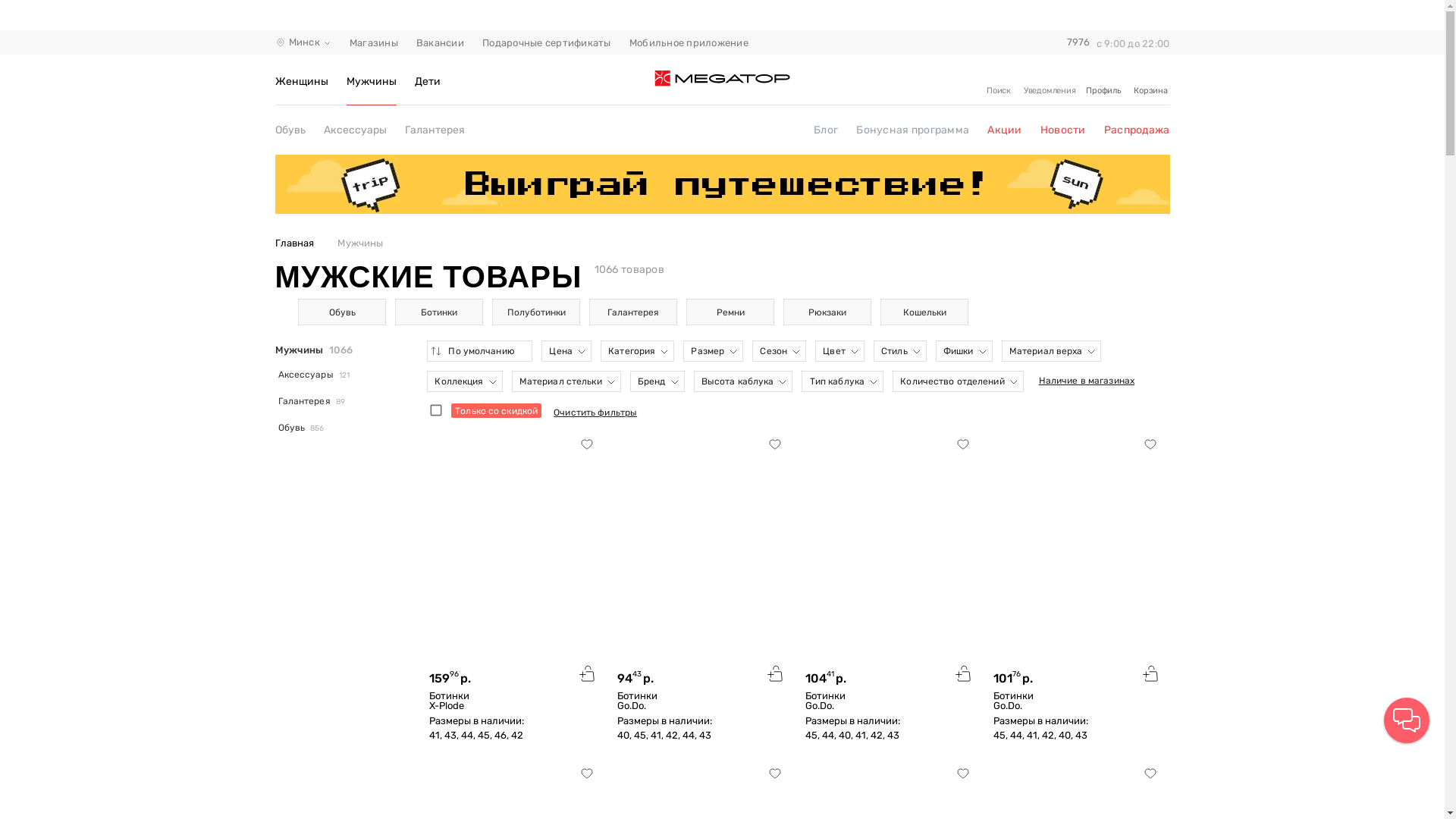 Image resolution: width=1456 pixels, height=819 pixels. I want to click on '7976', so click(1076, 42).